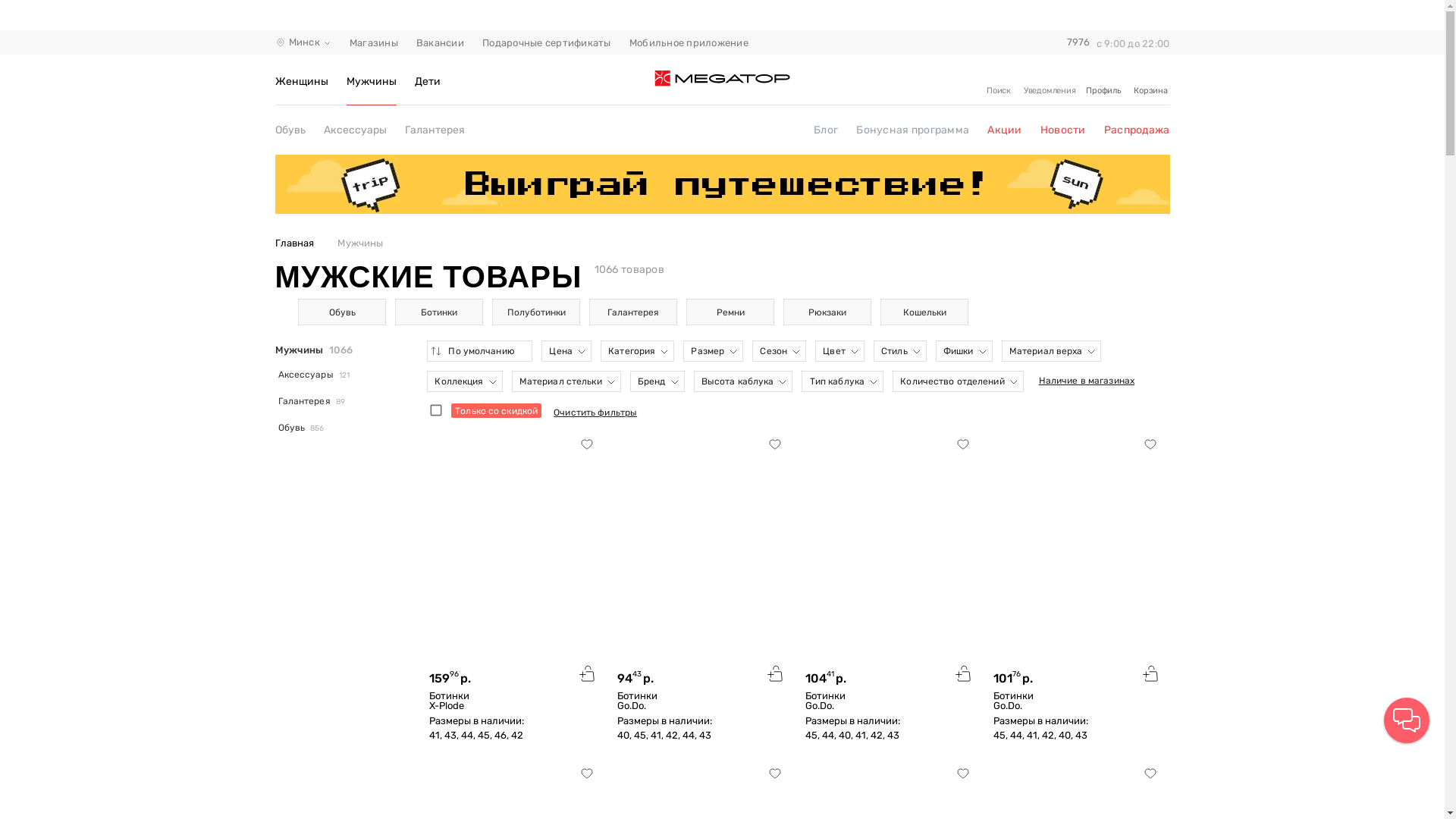 Image resolution: width=1456 pixels, height=819 pixels. I want to click on '7976', so click(1076, 42).